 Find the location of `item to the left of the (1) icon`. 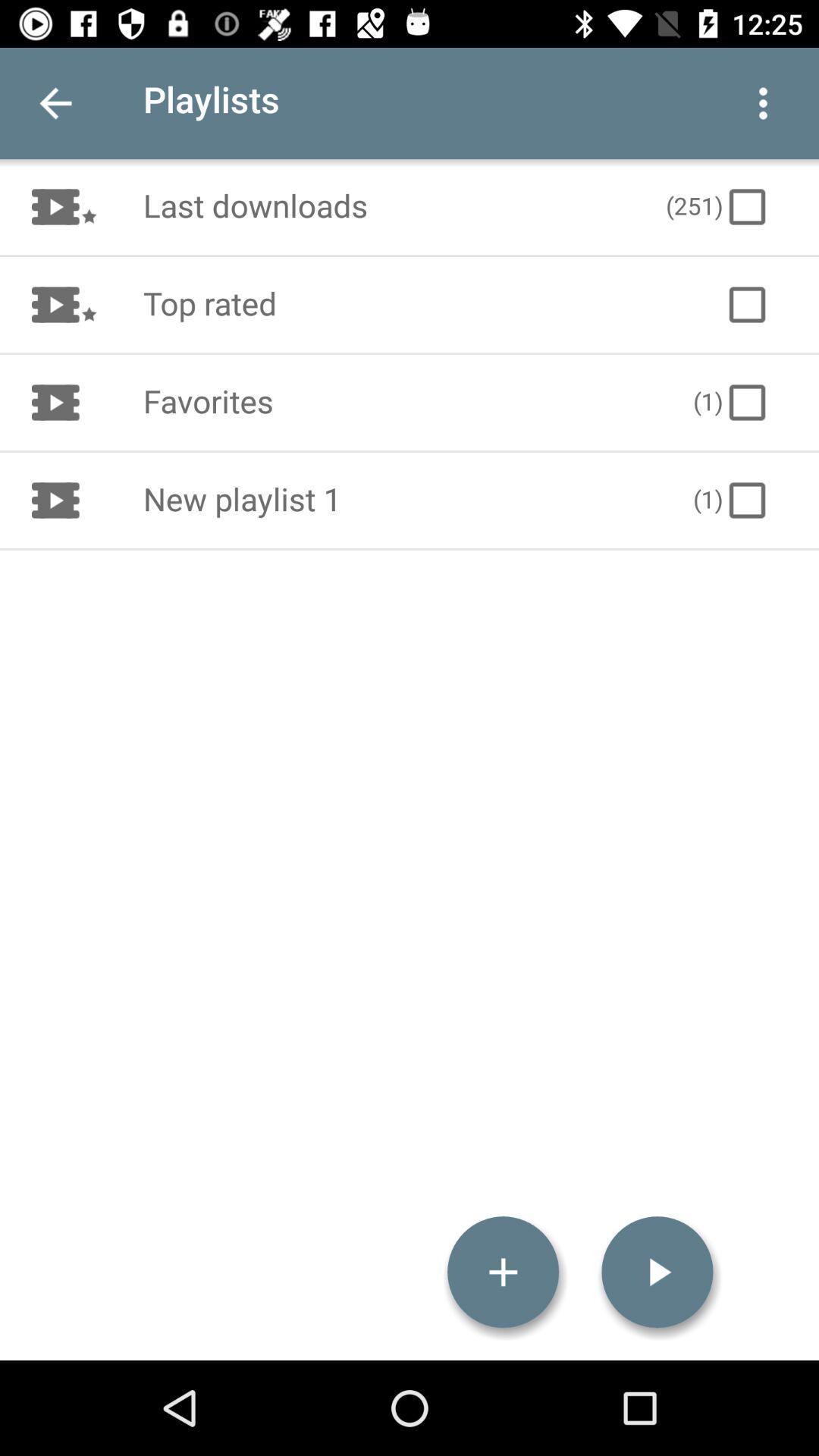

item to the left of the (1) icon is located at coordinates (401, 403).